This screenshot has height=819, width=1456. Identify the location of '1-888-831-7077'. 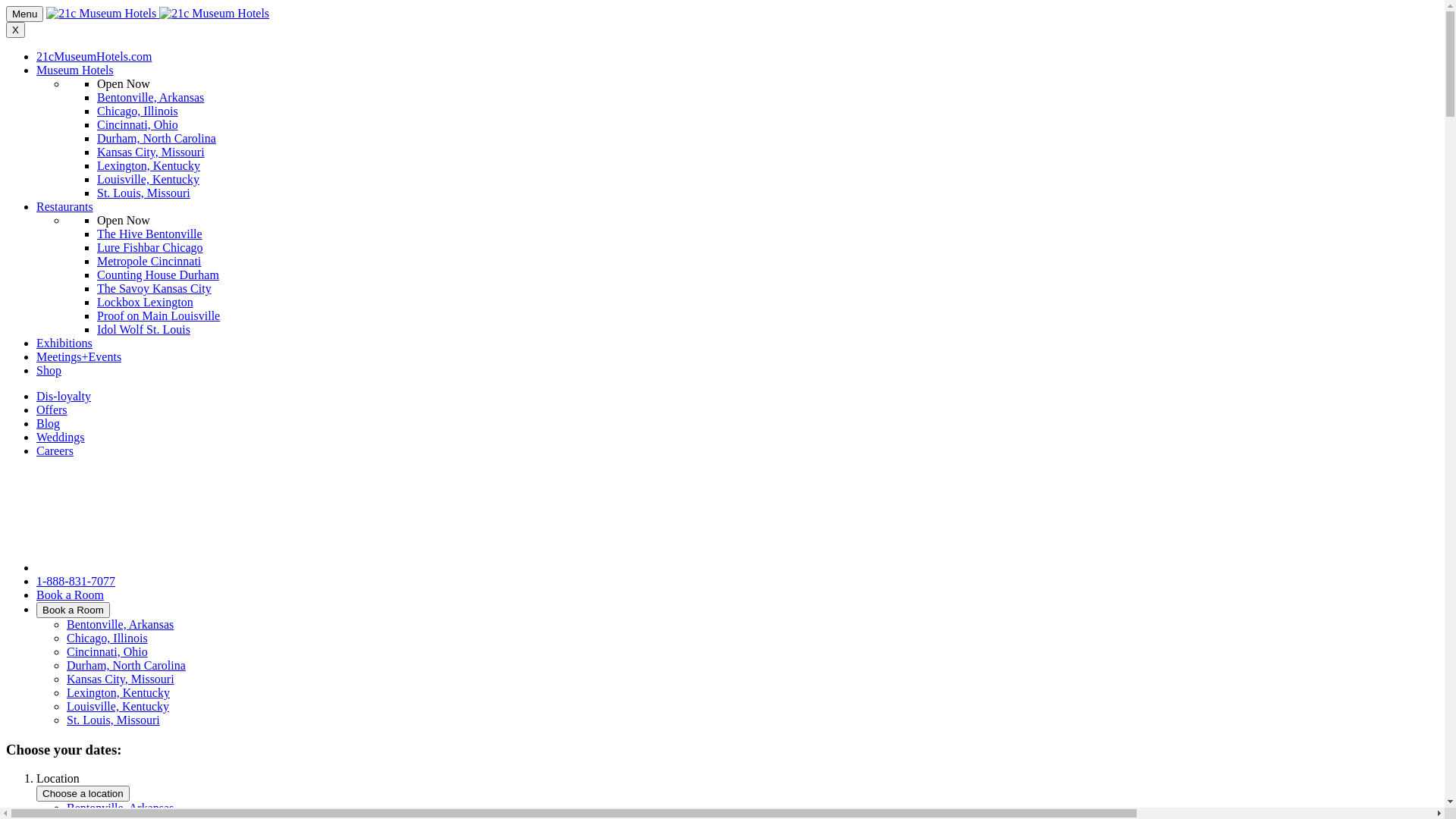
(75, 580).